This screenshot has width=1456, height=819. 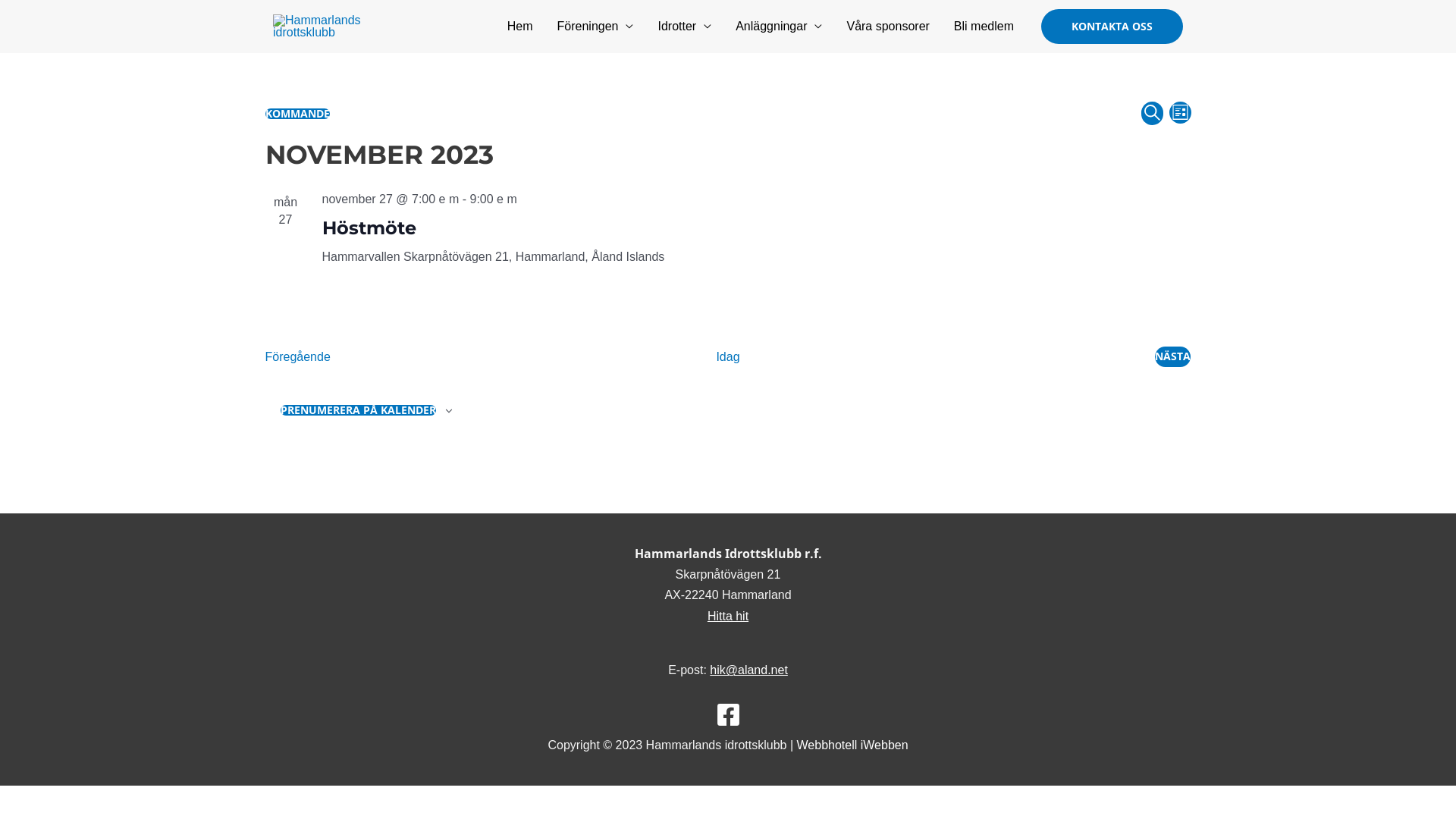 I want to click on 'KONTAKTA OSS', so click(x=1112, y=26).